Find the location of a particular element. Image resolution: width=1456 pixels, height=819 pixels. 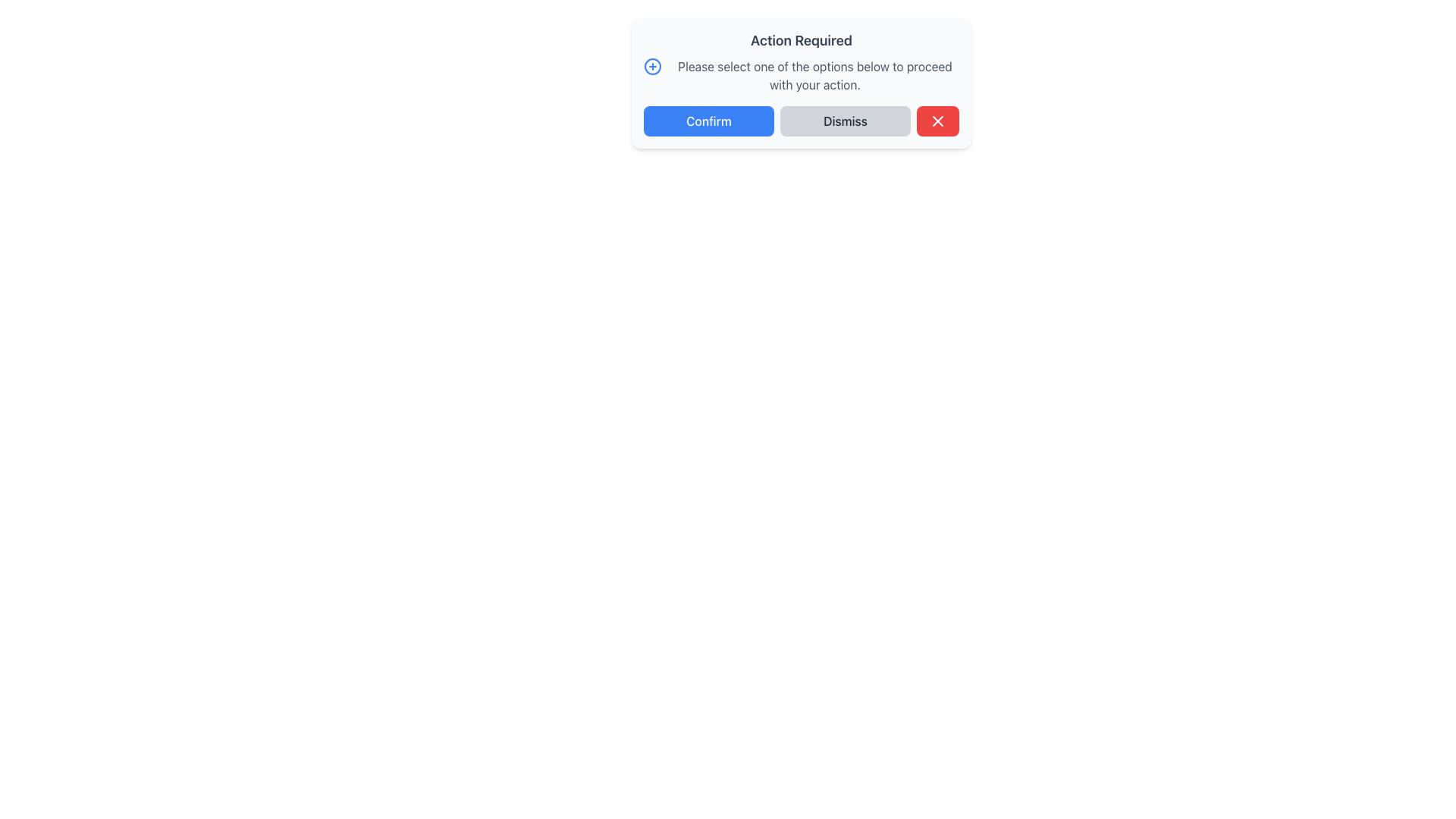

the 'Dismiss' button, which is a rectangular button with rounded edges and a light gray background, located centrally in the dialog box titled 'Action Required' is located at coordinates (844, 120).